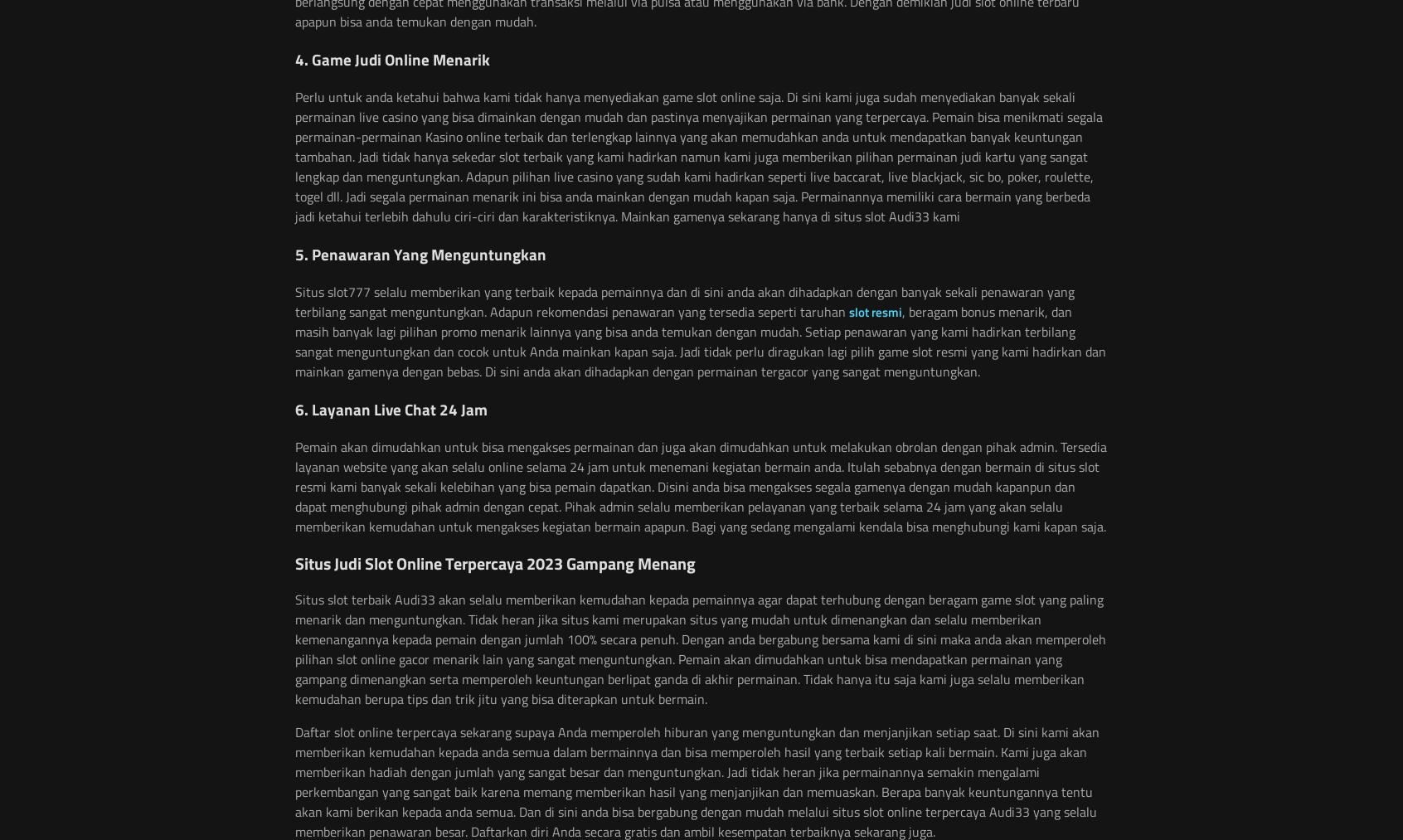 The image size is (1403, 840). What do you see at coordinates (700, 649) in the screenshot?
I see `'Situs slot terbaik Audi33 akan selalu memberikan kemudahan kepada pemainnya agar dapat terhubung dengan beragam game slot yang paling menarik dan menguntungkan. Tidak heran jika situs kami merupakan situs yang mudah untuk dimenangkan dan selalu memberikan kemenangannya kepada pemain dengan jumlah 100% secara penuh. Dengan anda bergabung bersama kami di sini maka anda akan memperoleh pilihan slot online gacor menarik lain yang sangat menguntungkan. Pemain akan dimudahkan untuk bisa mendapatkan permainan yang gampang dimenangkan serta memperoleh keuntungan berlipat ganda di akhir permainan. Tidak hanya itu saja kami juga selalu memberikan kemudahan berupa tips dan trik jitu yang bisa diterapkan untuk bermain.'` at bounding box center [700, 649].